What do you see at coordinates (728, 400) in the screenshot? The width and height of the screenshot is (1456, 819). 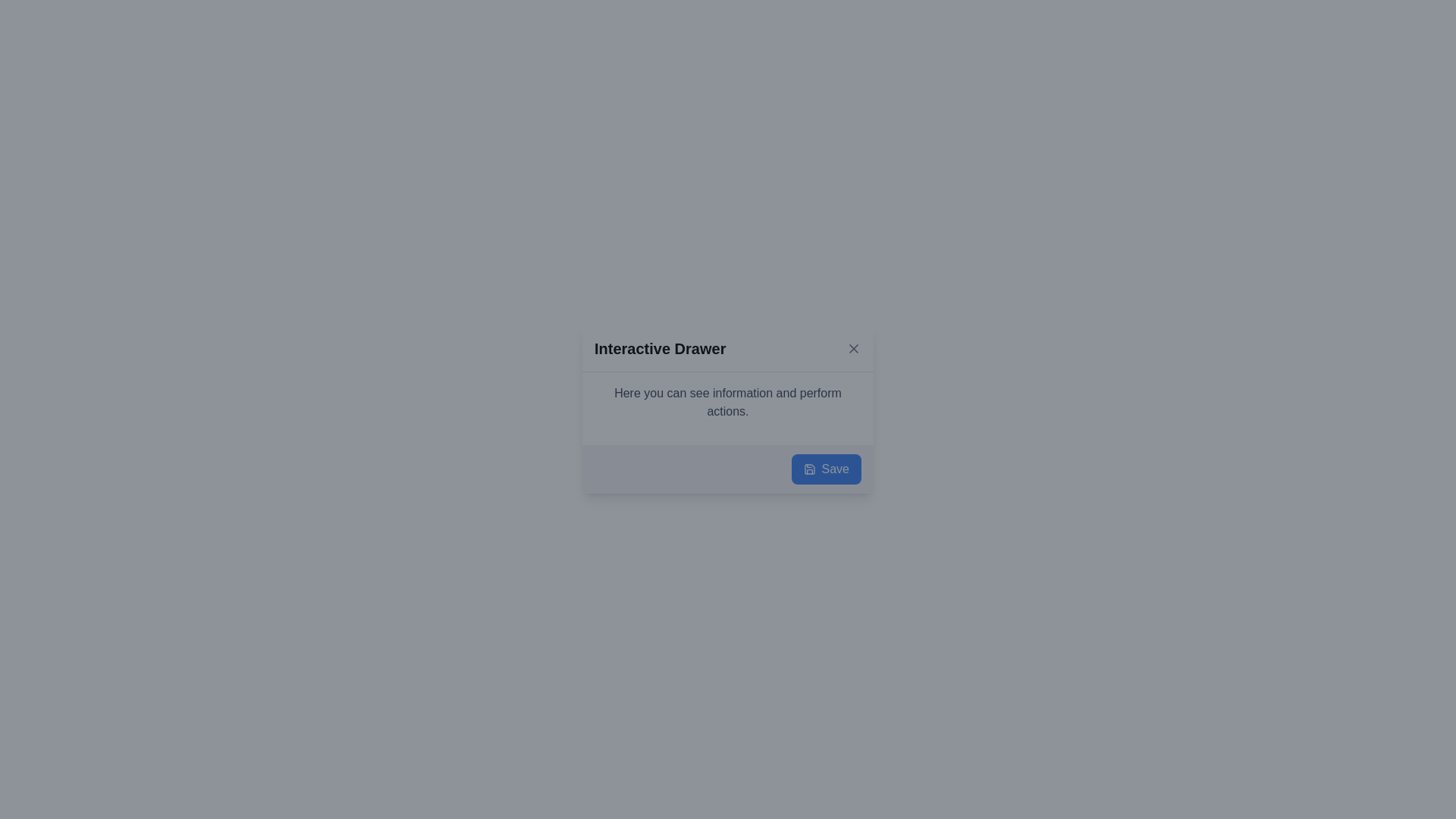 I see `the text block displaying the message 'Here you can see information and perform actions.' which is located in the modal dialog labeled 'Interactive Drawer.'` at bounding box center [728, 400].